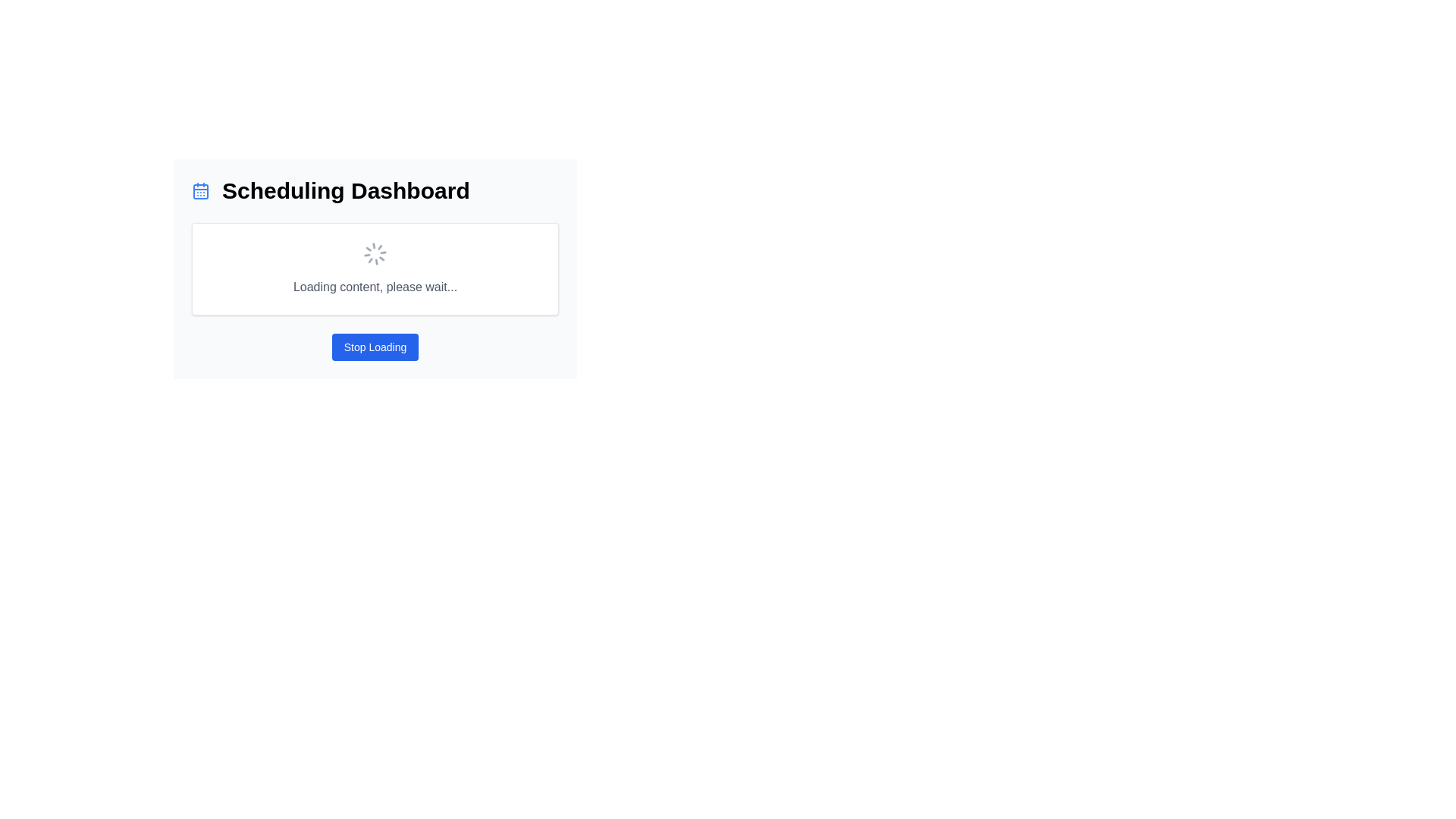 The height and width of the screenshot is (819, 1456). I want to click on header text indicating the current section is the Scheduling Dashboard, located to the right of a calendar icon and above a loading message box, so click(345, 190).